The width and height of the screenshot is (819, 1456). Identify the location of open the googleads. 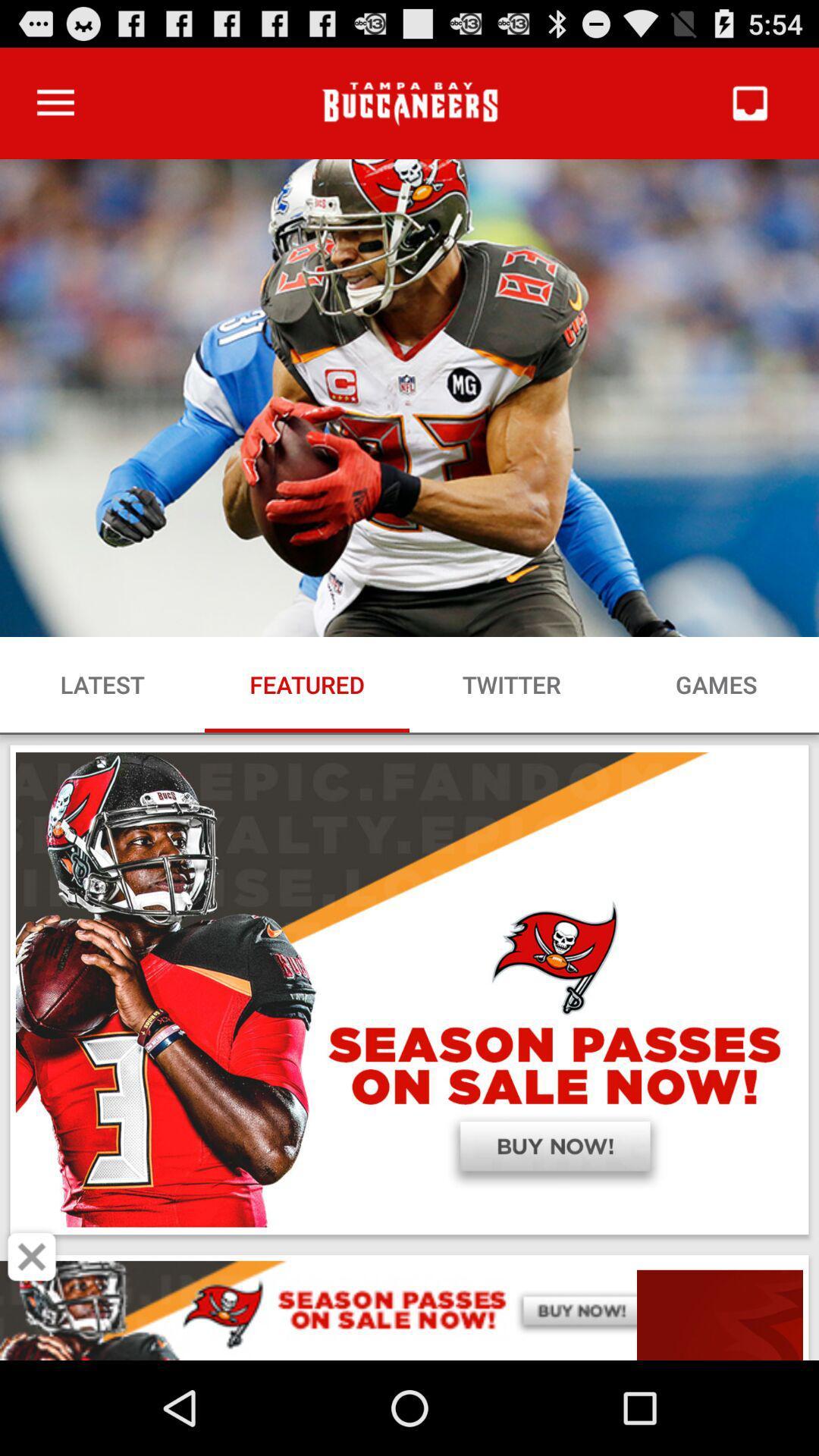
(409, 1310).